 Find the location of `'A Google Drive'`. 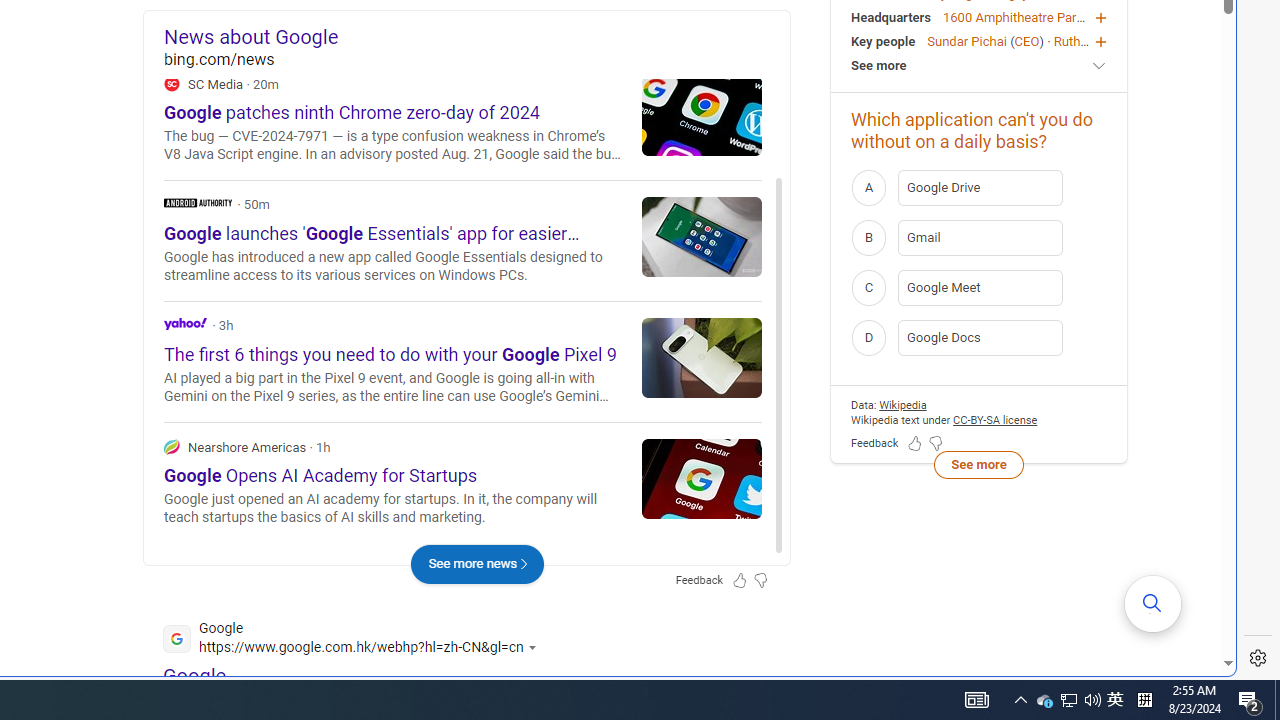

'A Google Drive' is located at coordinates (979, 187).